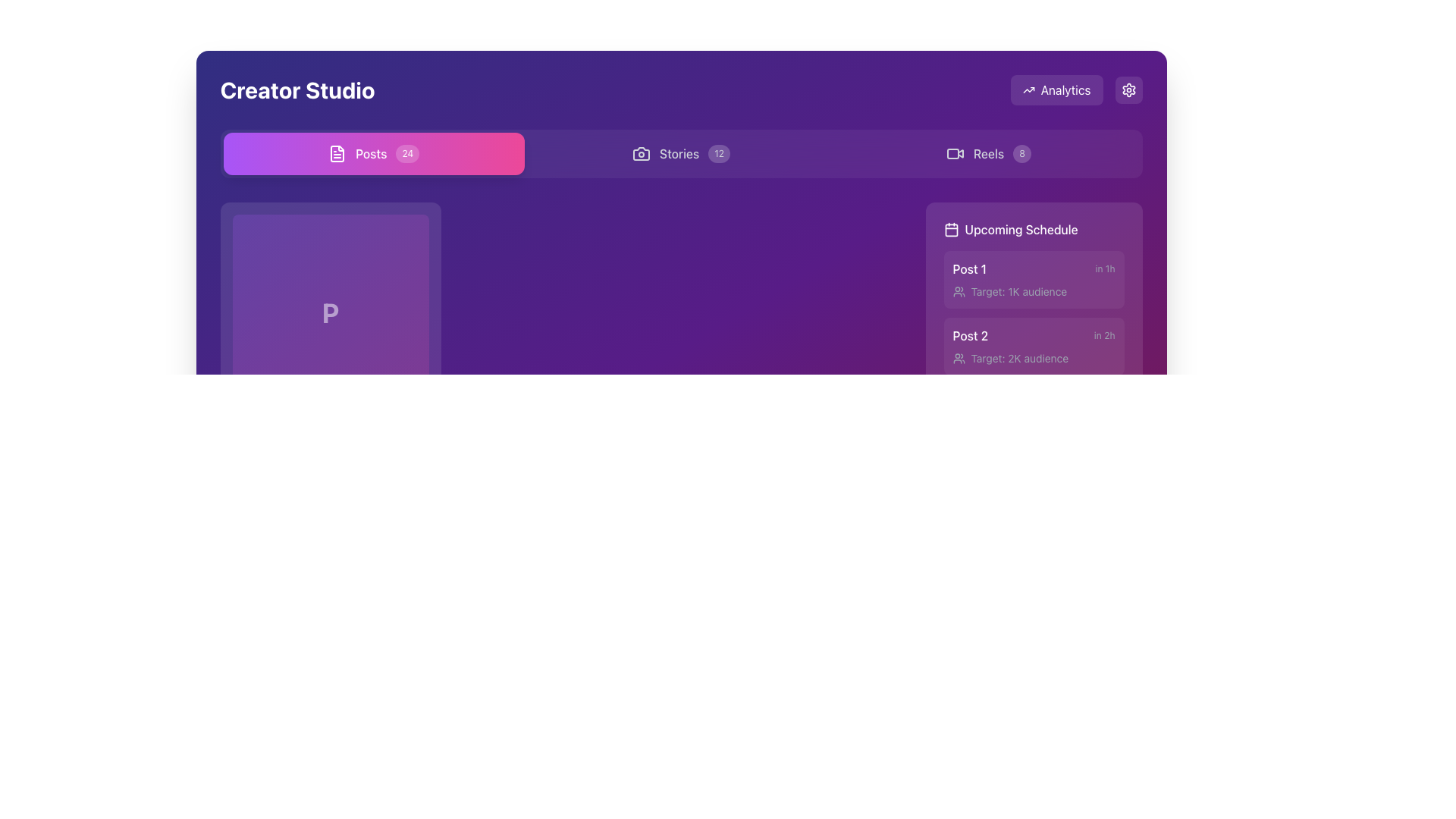  I want to click on the information displayed on the badge showing the number '12', which is located next to the 'Stories' text in the navigation bar, so click(718, 154).